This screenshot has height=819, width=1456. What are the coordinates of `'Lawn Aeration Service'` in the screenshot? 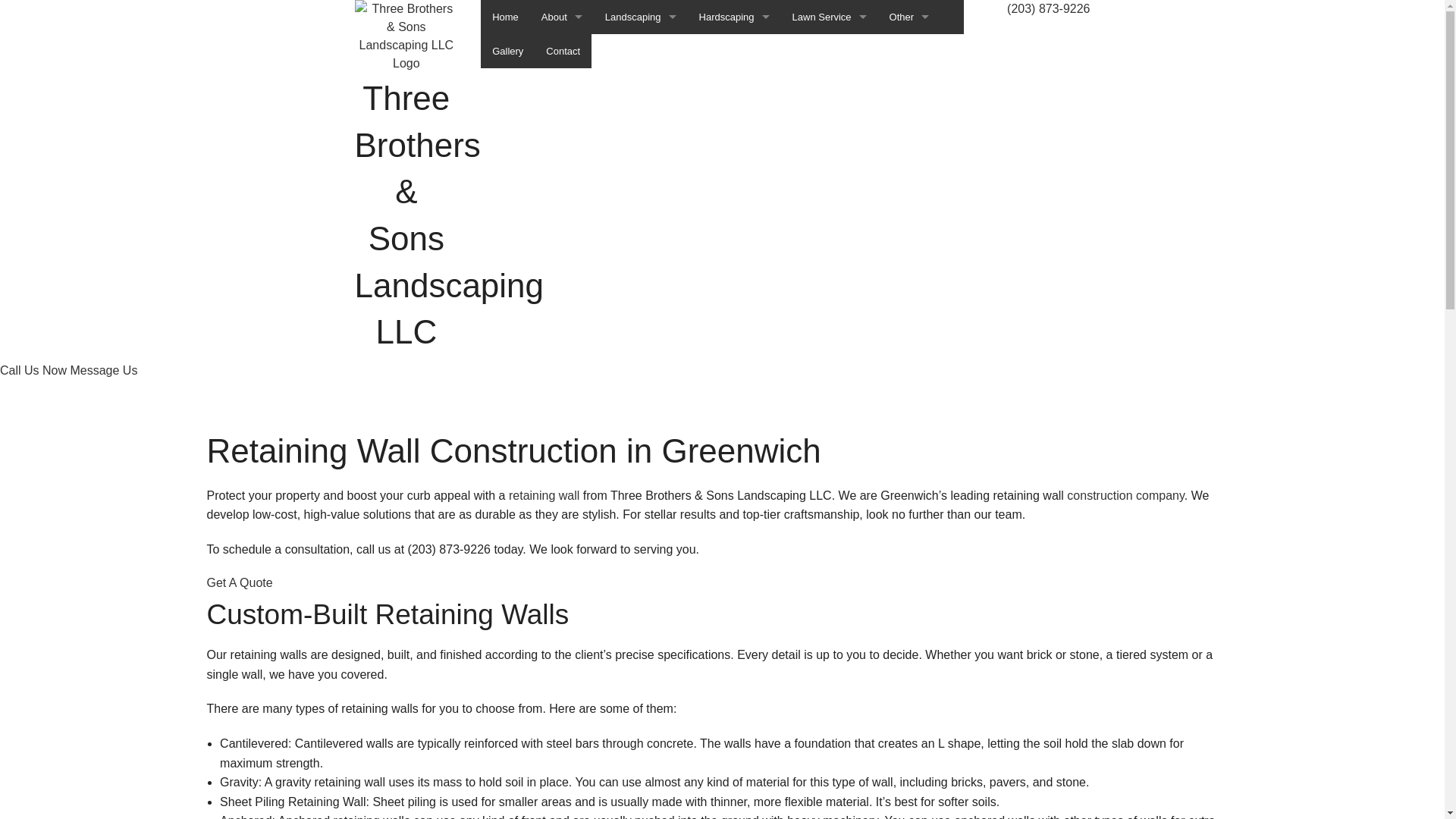 It's located at (829, 50).